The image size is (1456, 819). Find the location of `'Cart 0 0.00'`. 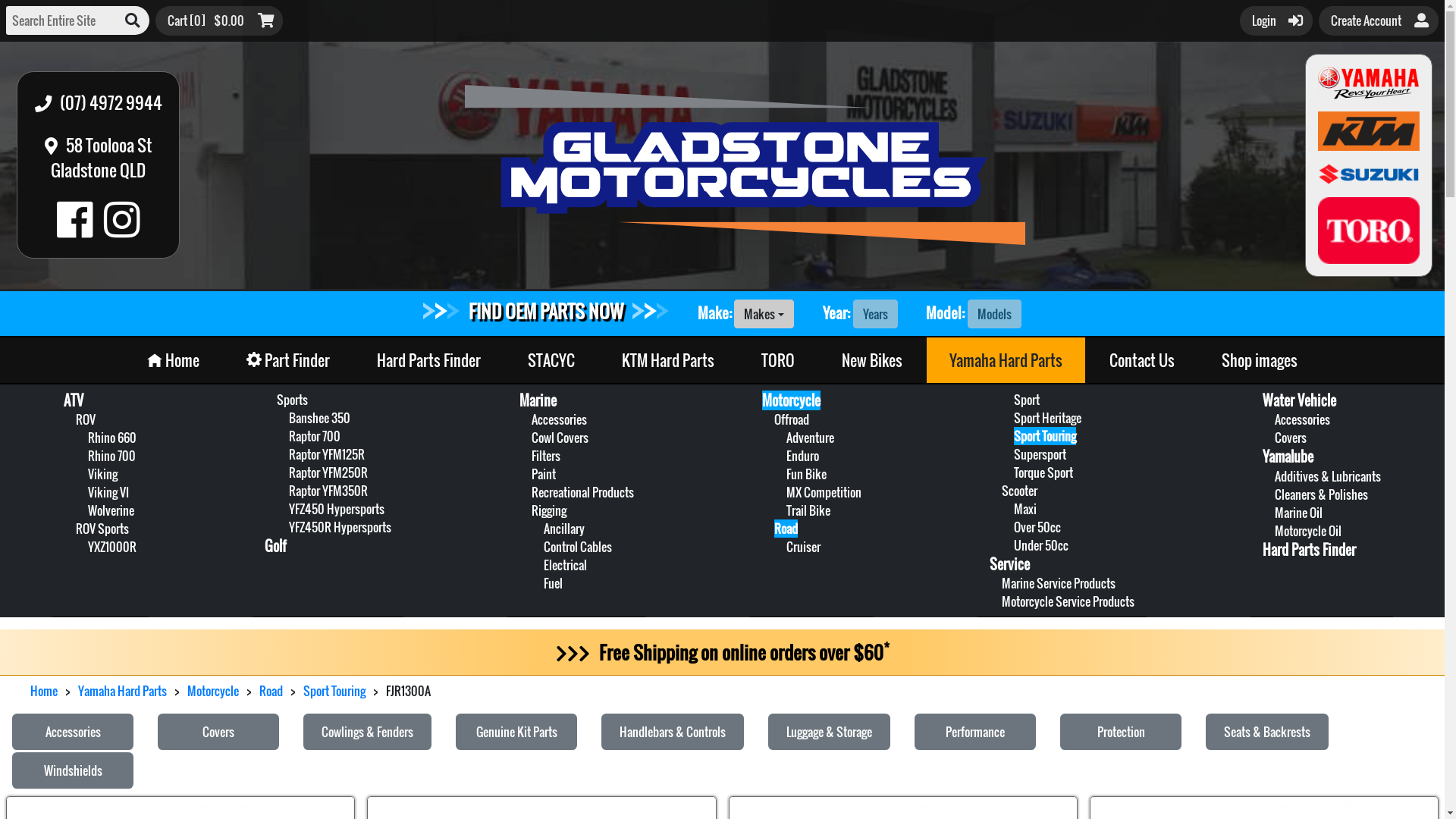

'Cart 0 0.00' is located at coordinates (218, 20).